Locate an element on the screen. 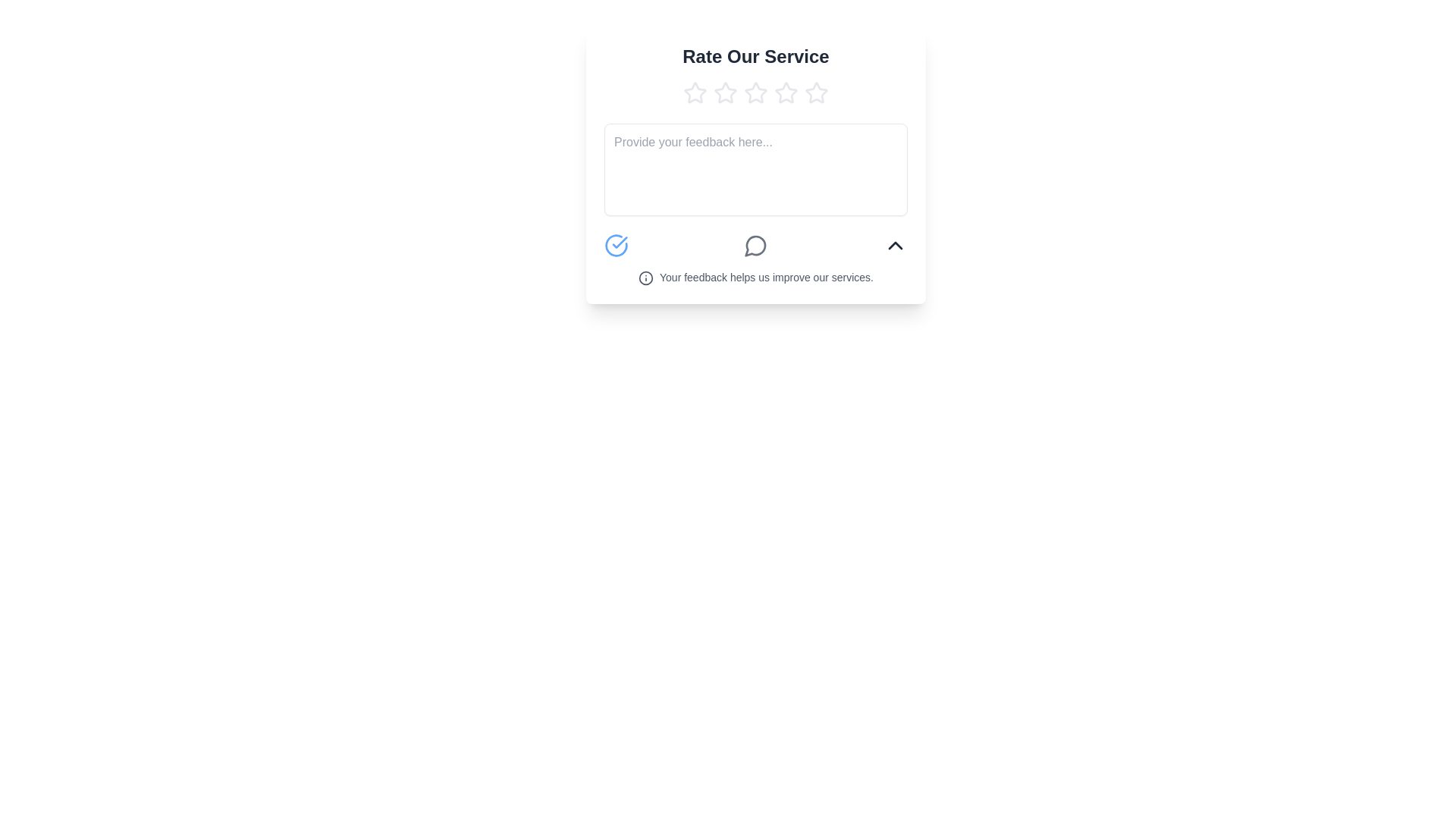  the fifth star in the user rating system is located at coordinates (815, 93).